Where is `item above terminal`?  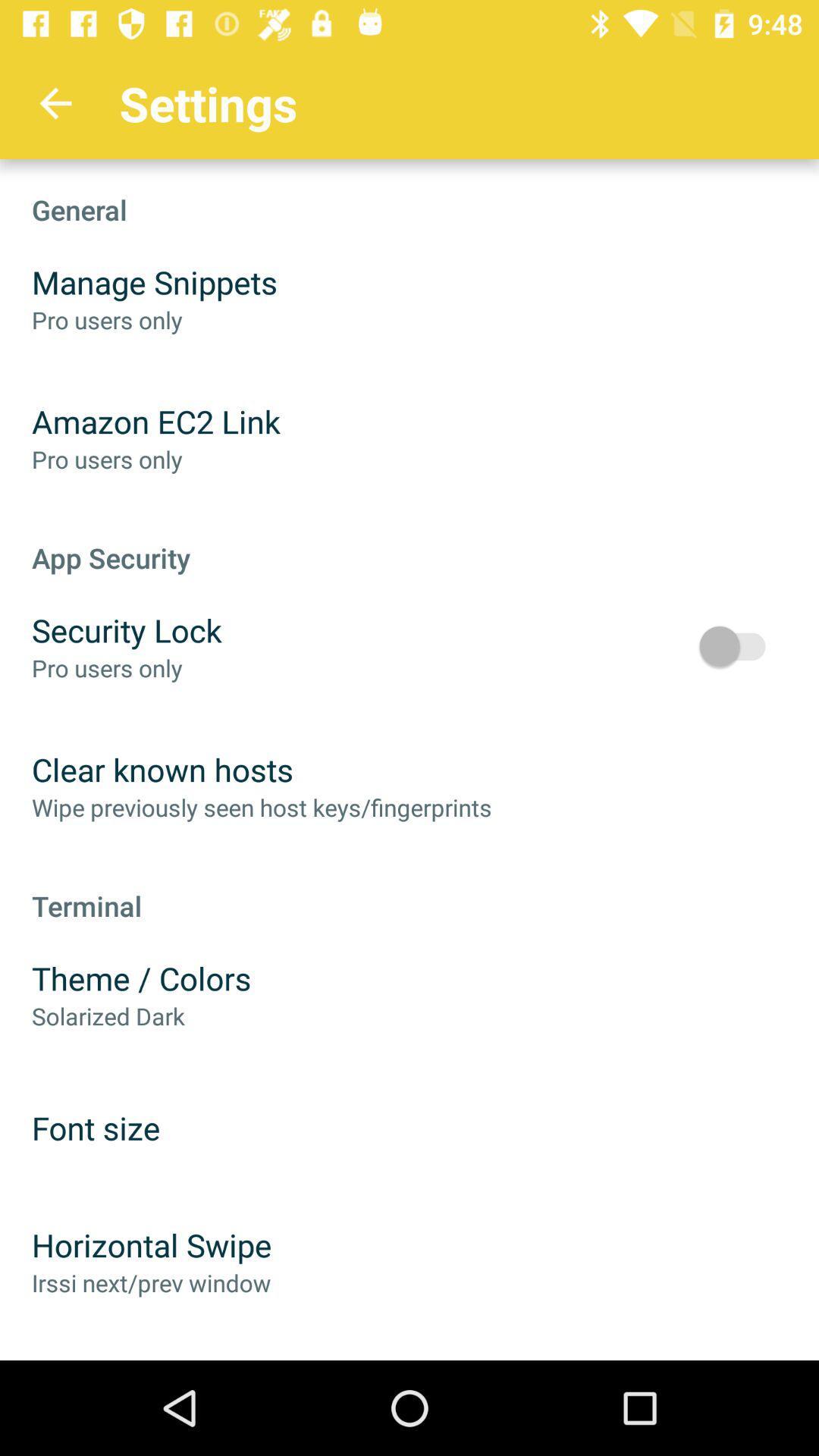
item above terminal is located at coordinates (739, 646).